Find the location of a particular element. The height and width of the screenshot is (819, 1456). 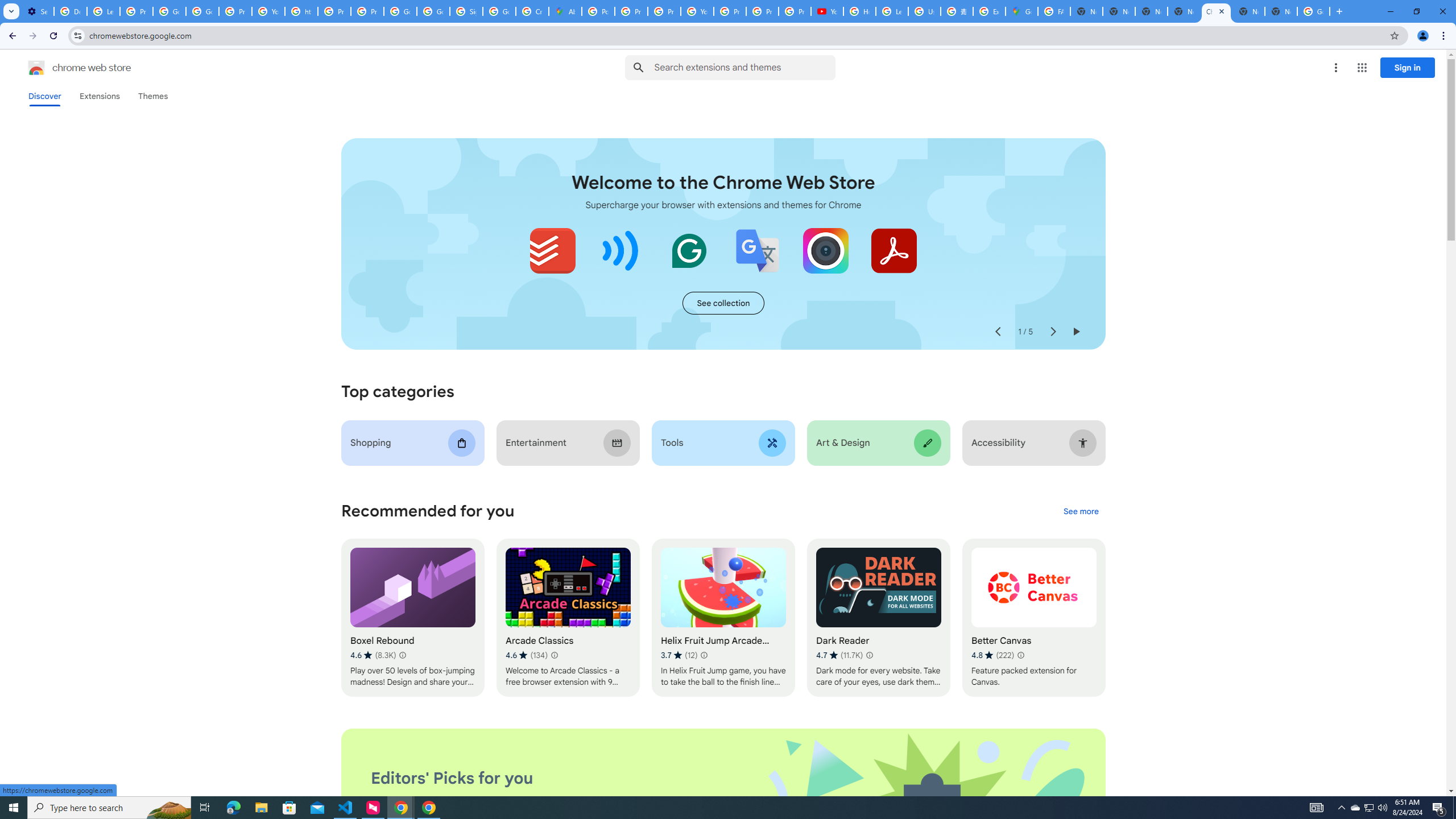

'New Tab' is located at coordinates (1280, 11).